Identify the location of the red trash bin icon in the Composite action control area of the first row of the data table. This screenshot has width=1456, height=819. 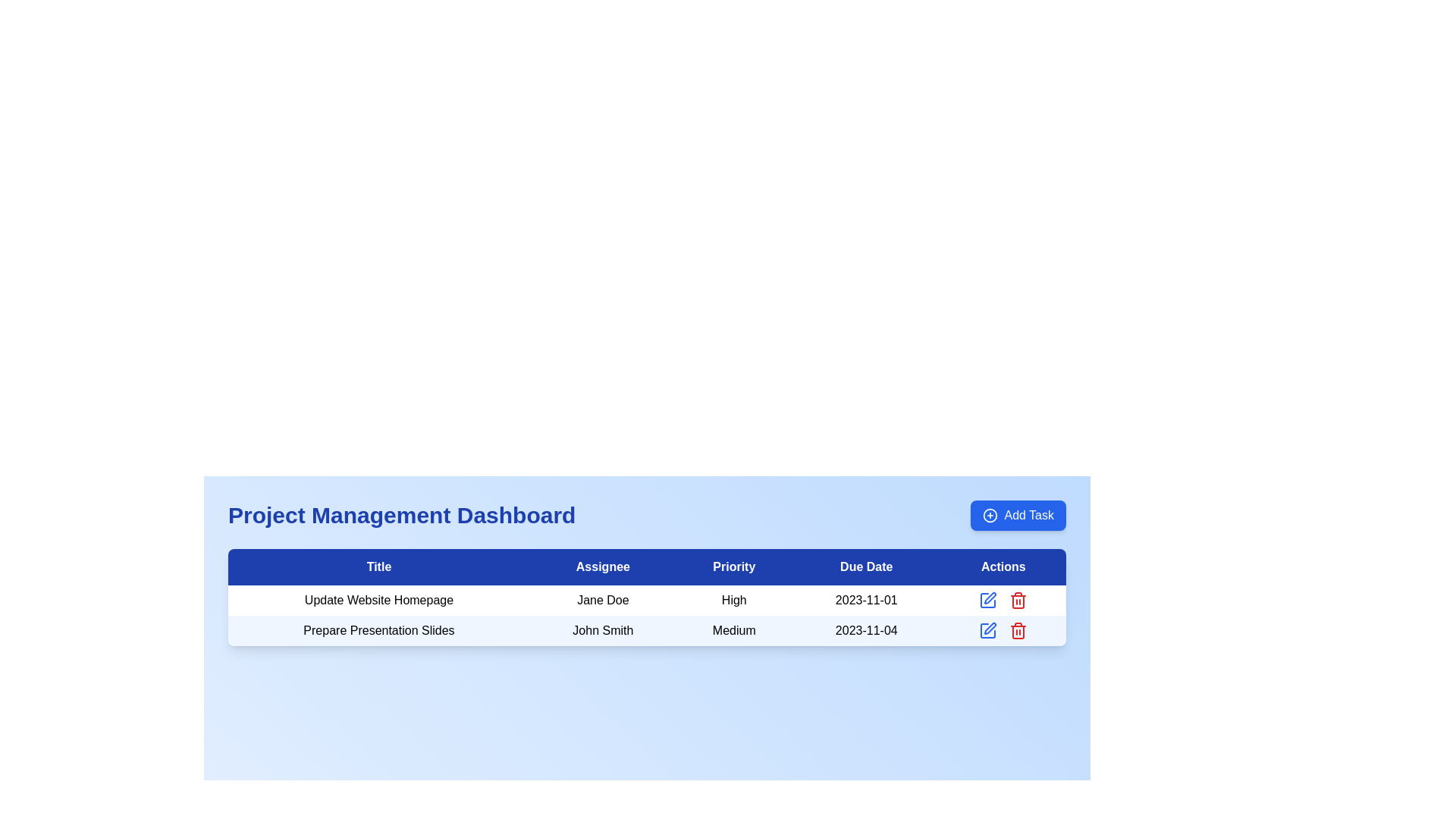
(1003, 599).